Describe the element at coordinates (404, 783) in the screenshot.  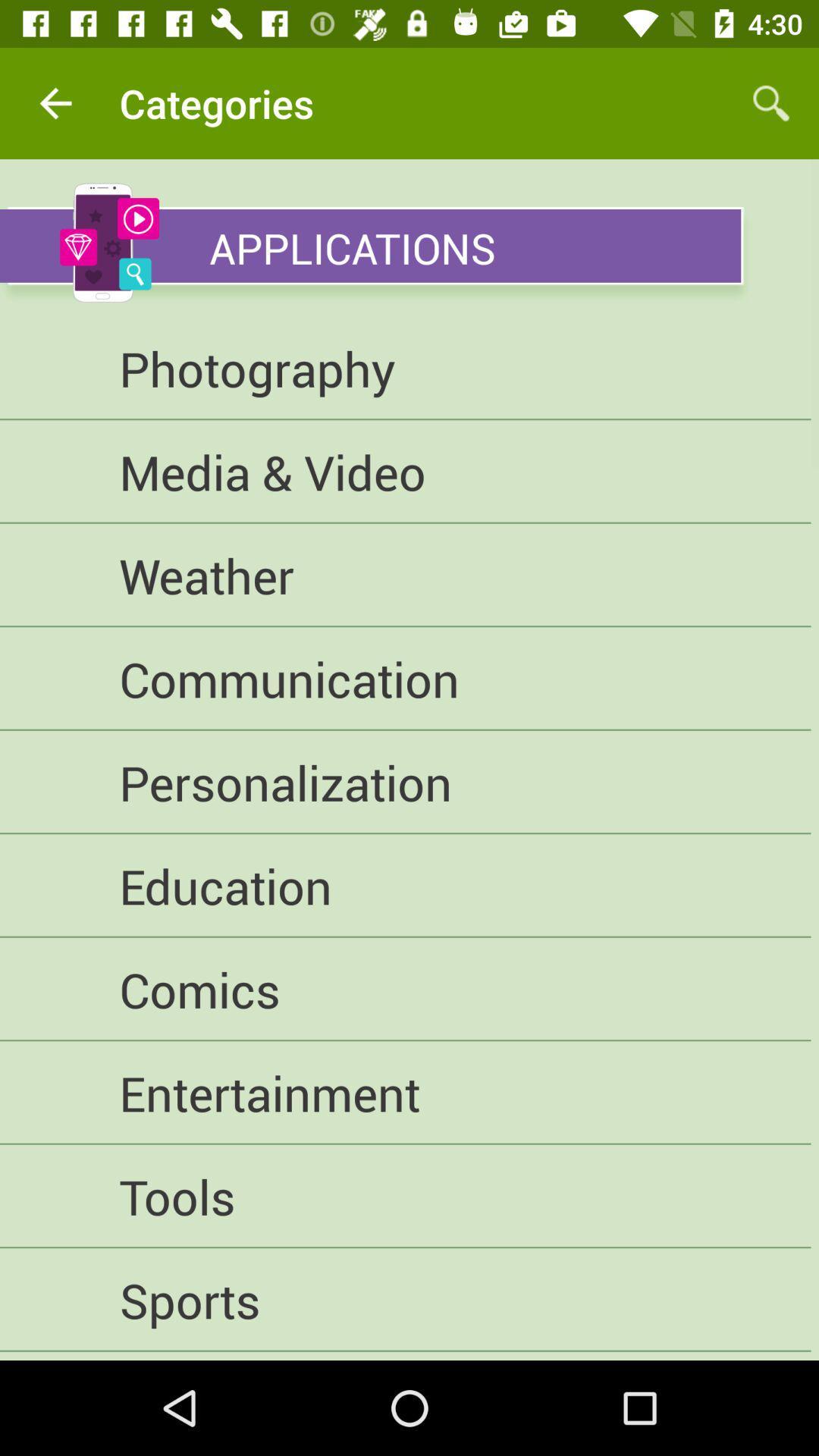
I see `the personalization` at that location.